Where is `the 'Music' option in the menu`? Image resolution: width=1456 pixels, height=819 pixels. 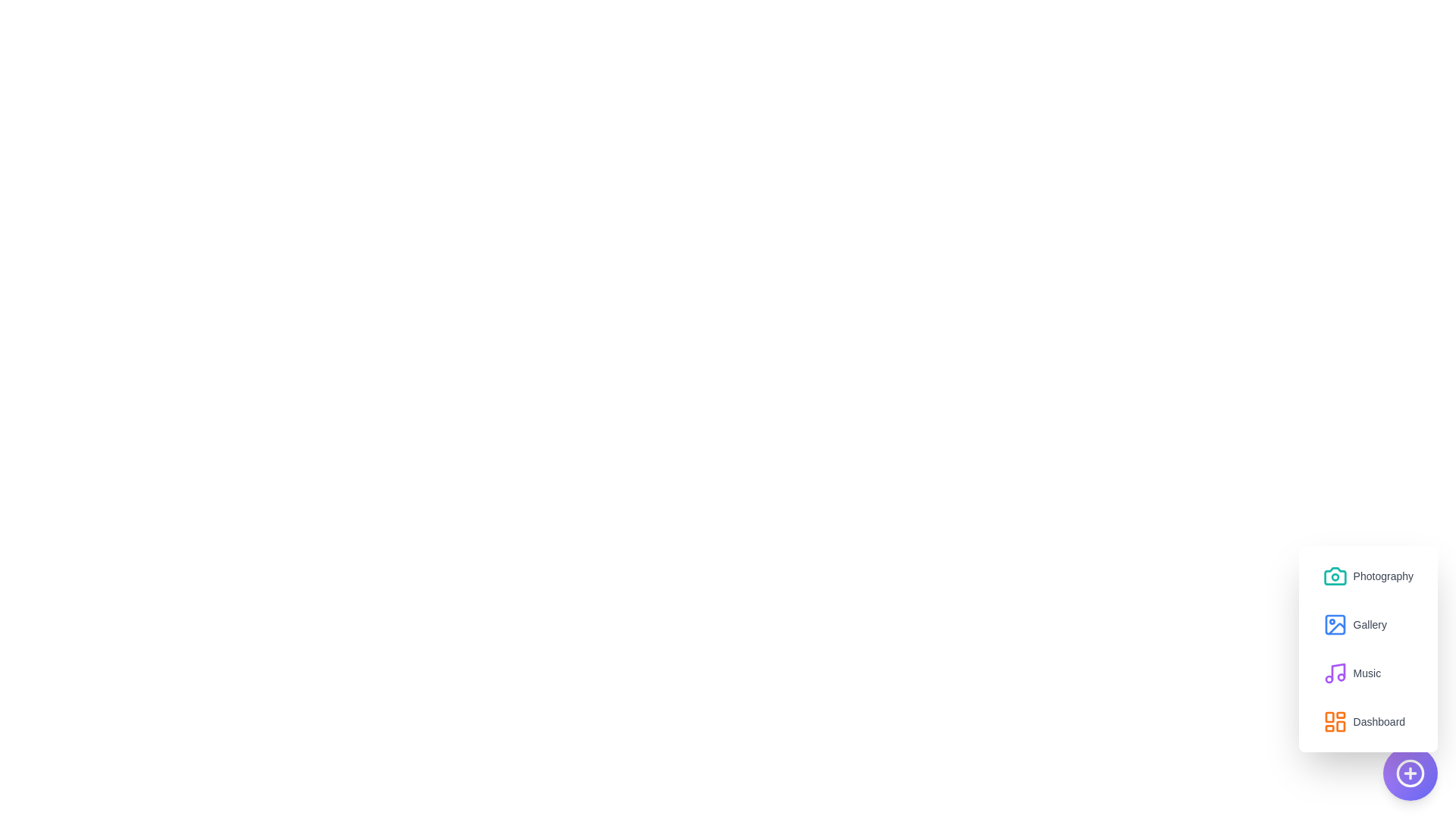 the 'Music' option in the menu is located at coordinates (1351, 672).